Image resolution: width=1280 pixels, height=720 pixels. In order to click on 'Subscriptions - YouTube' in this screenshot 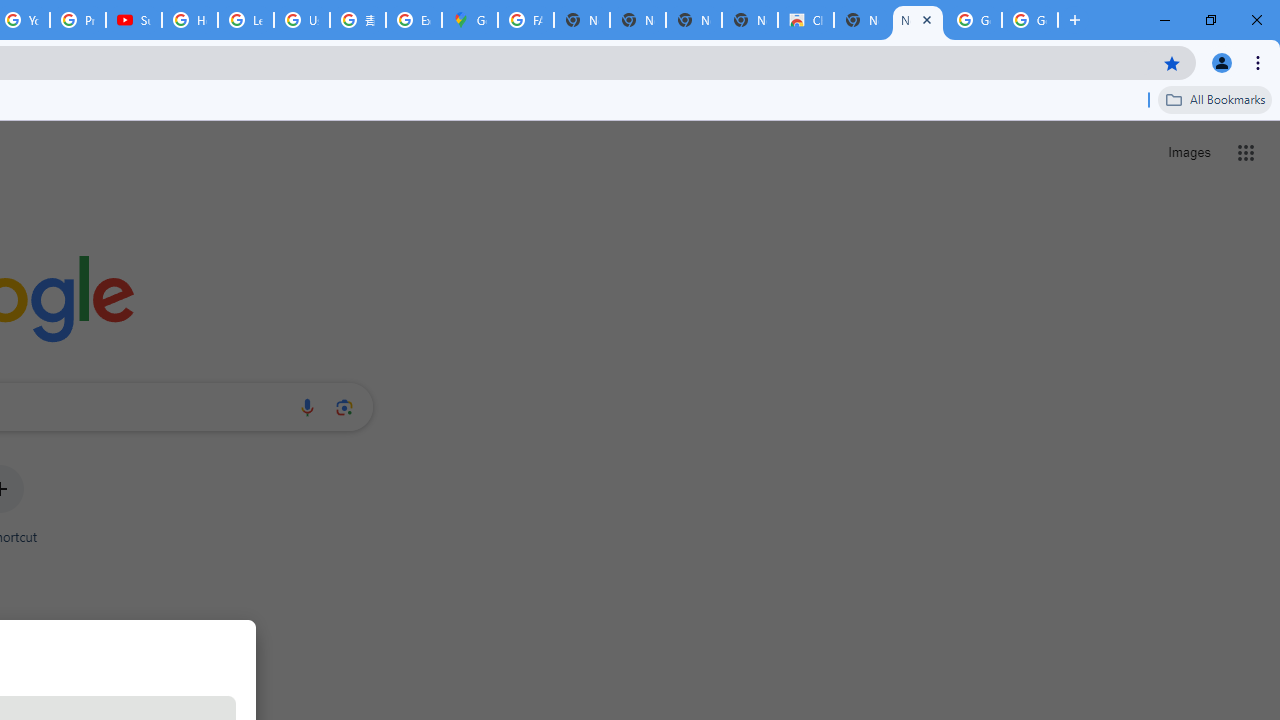, I will do `click(133, 20)`.